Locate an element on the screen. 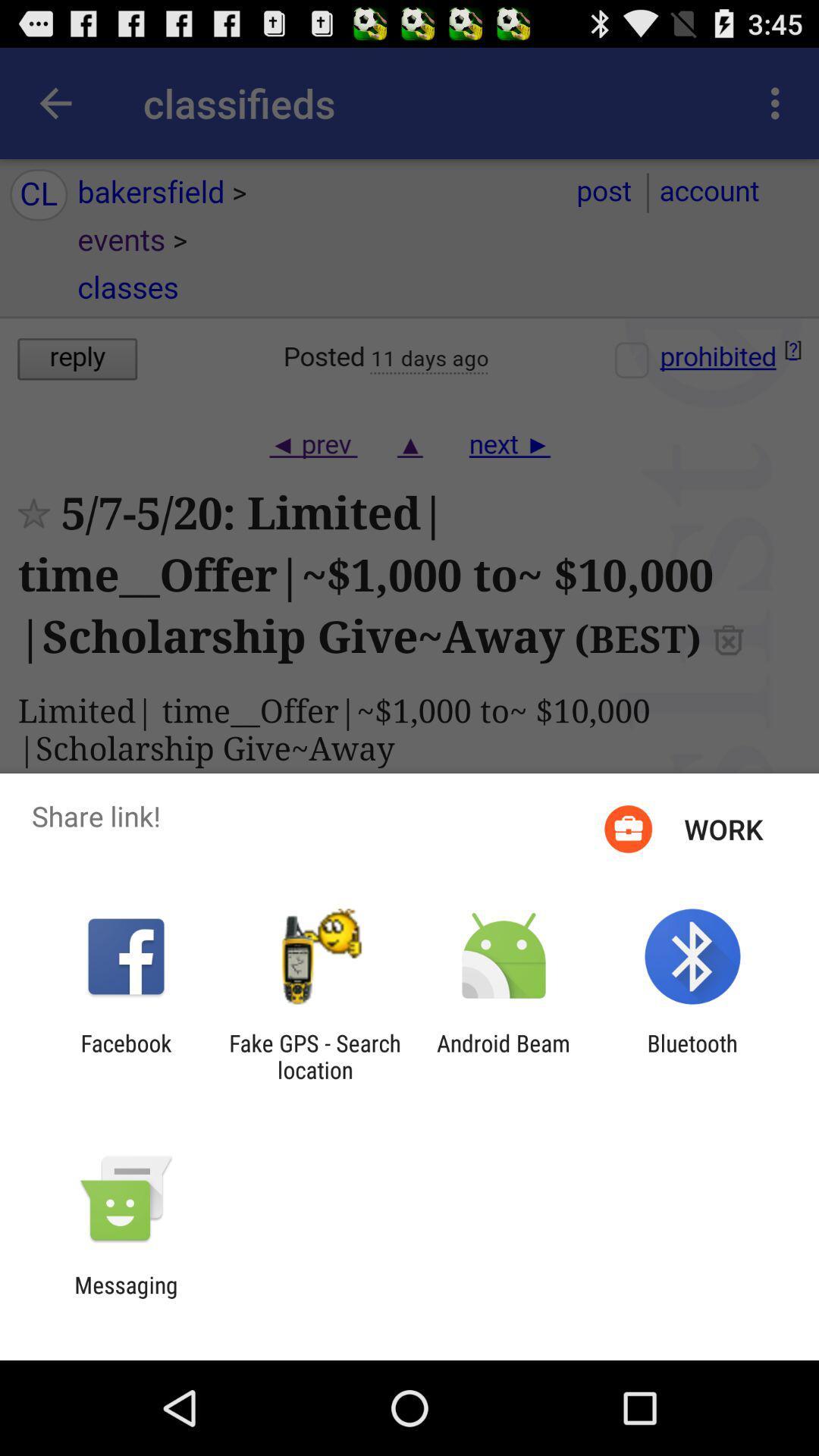 The height and width of the screenshot is (1456, 819). the item at the bottom right corner is located at coordinates (692, 1056).